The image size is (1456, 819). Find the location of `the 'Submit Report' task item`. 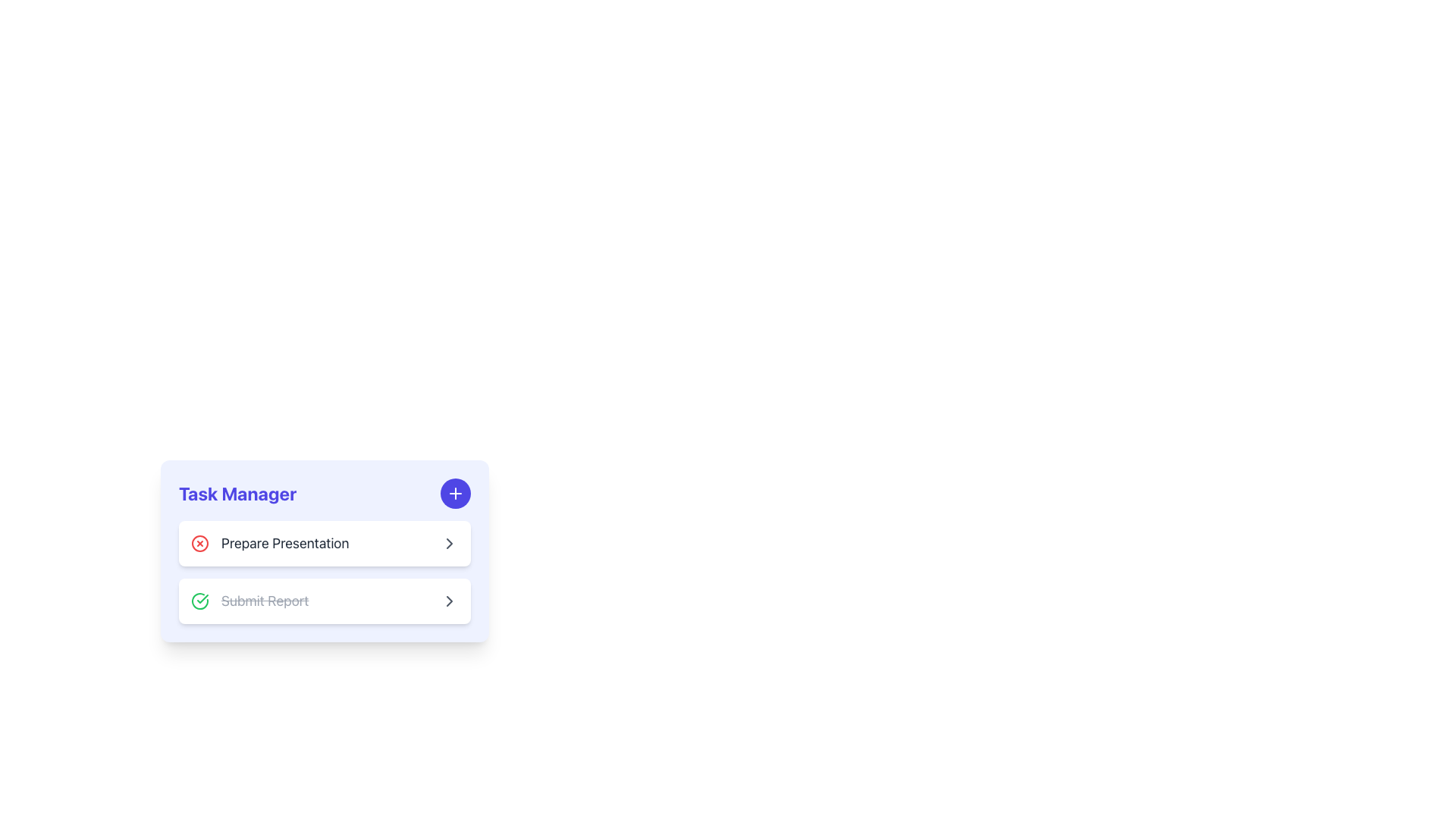

the 'Submit Report' task item is located at coordinates (324, 601).